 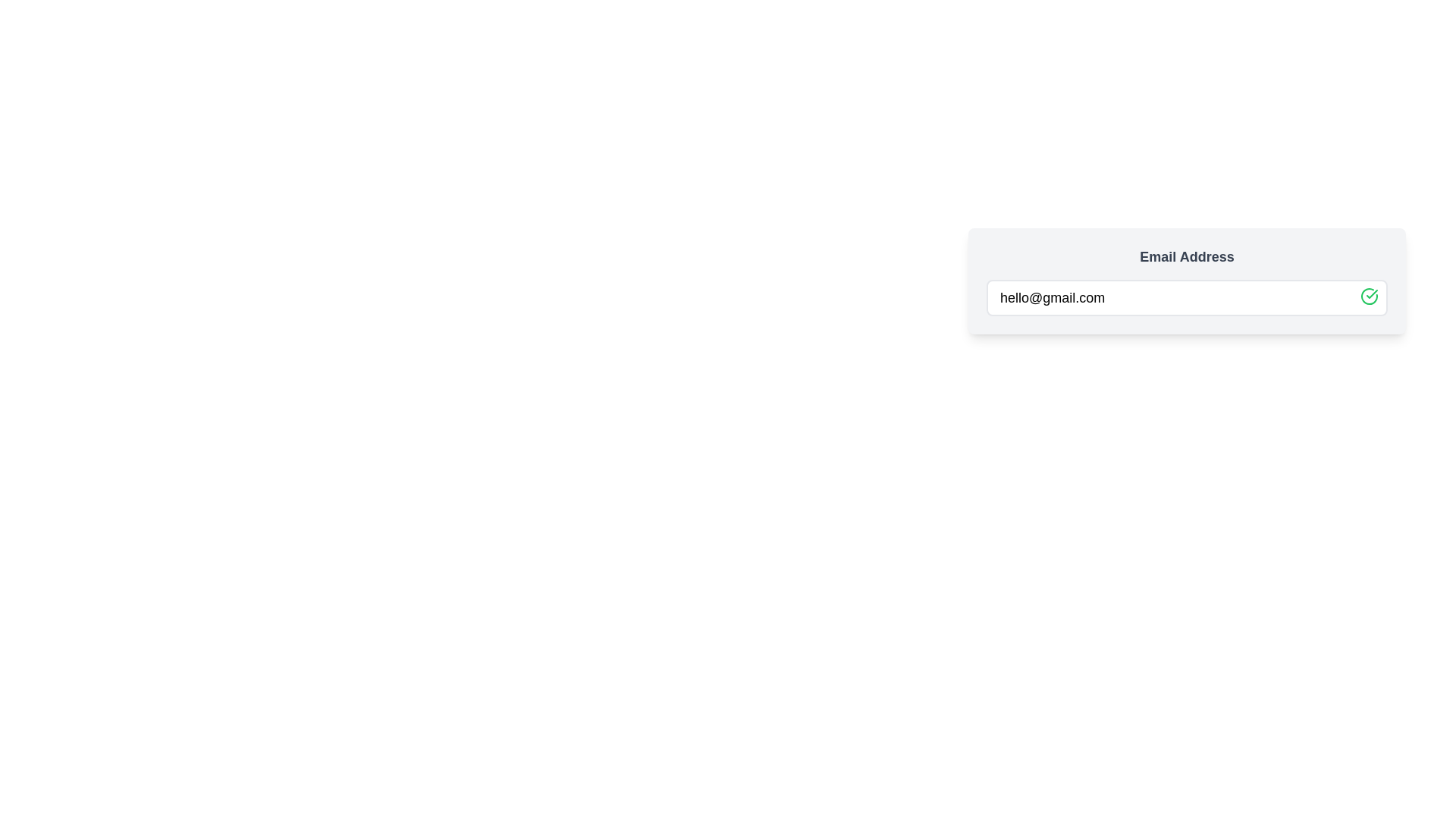 What do you see at coordinates (1369, 296) in the screenshot?
I see `the green circular icon with a white checkmark, which indicates correctness or validation, positioned to the far right of the email input field` at bounding box center [1369, 296].